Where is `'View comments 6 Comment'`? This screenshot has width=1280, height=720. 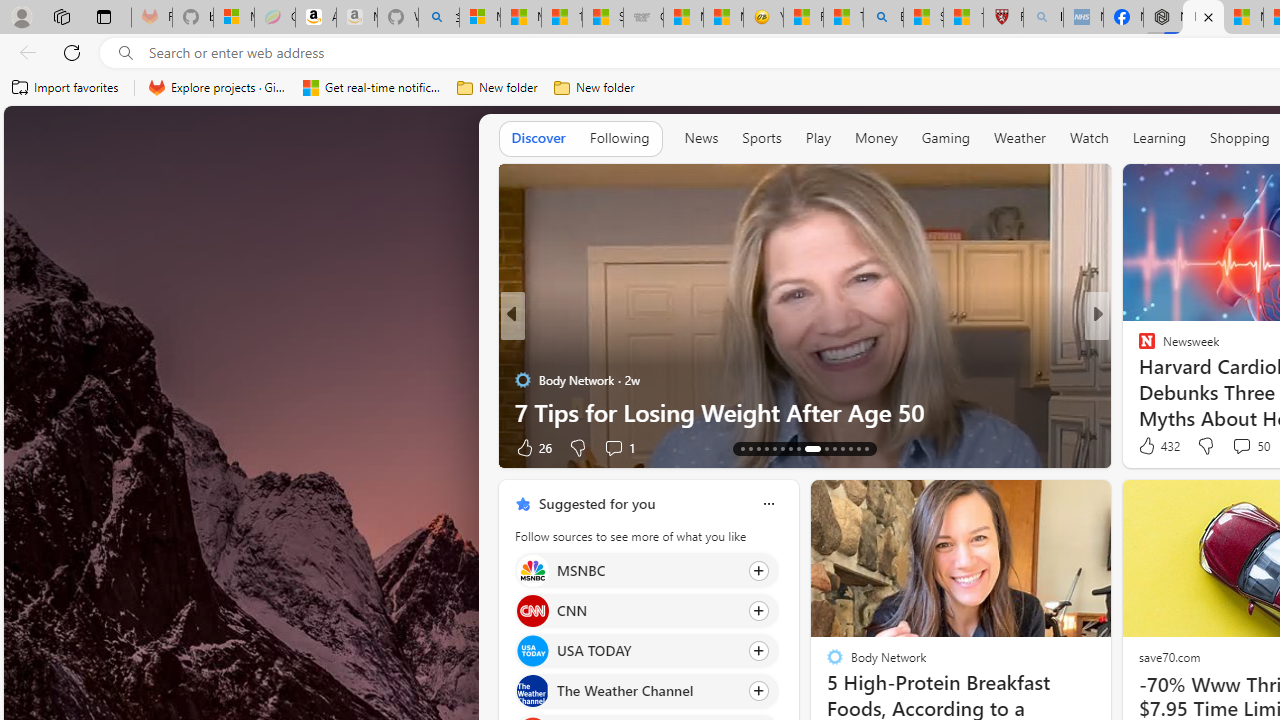
'View comments 6 Comment' is located at coordinates (1234, 446).